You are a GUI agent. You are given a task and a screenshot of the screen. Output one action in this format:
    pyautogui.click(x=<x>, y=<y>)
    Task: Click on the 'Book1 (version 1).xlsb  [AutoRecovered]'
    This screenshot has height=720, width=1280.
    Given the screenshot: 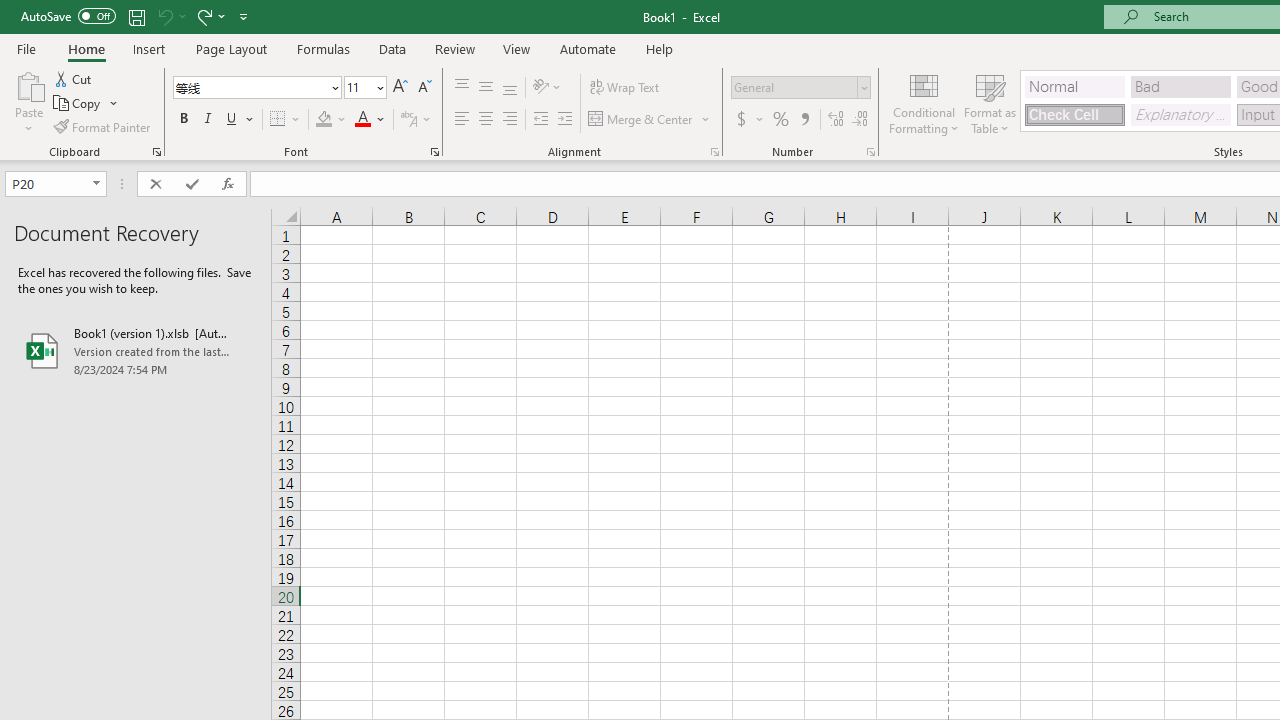 What is the action you would take?
    pyautogui.click(x=135, y=350)
    